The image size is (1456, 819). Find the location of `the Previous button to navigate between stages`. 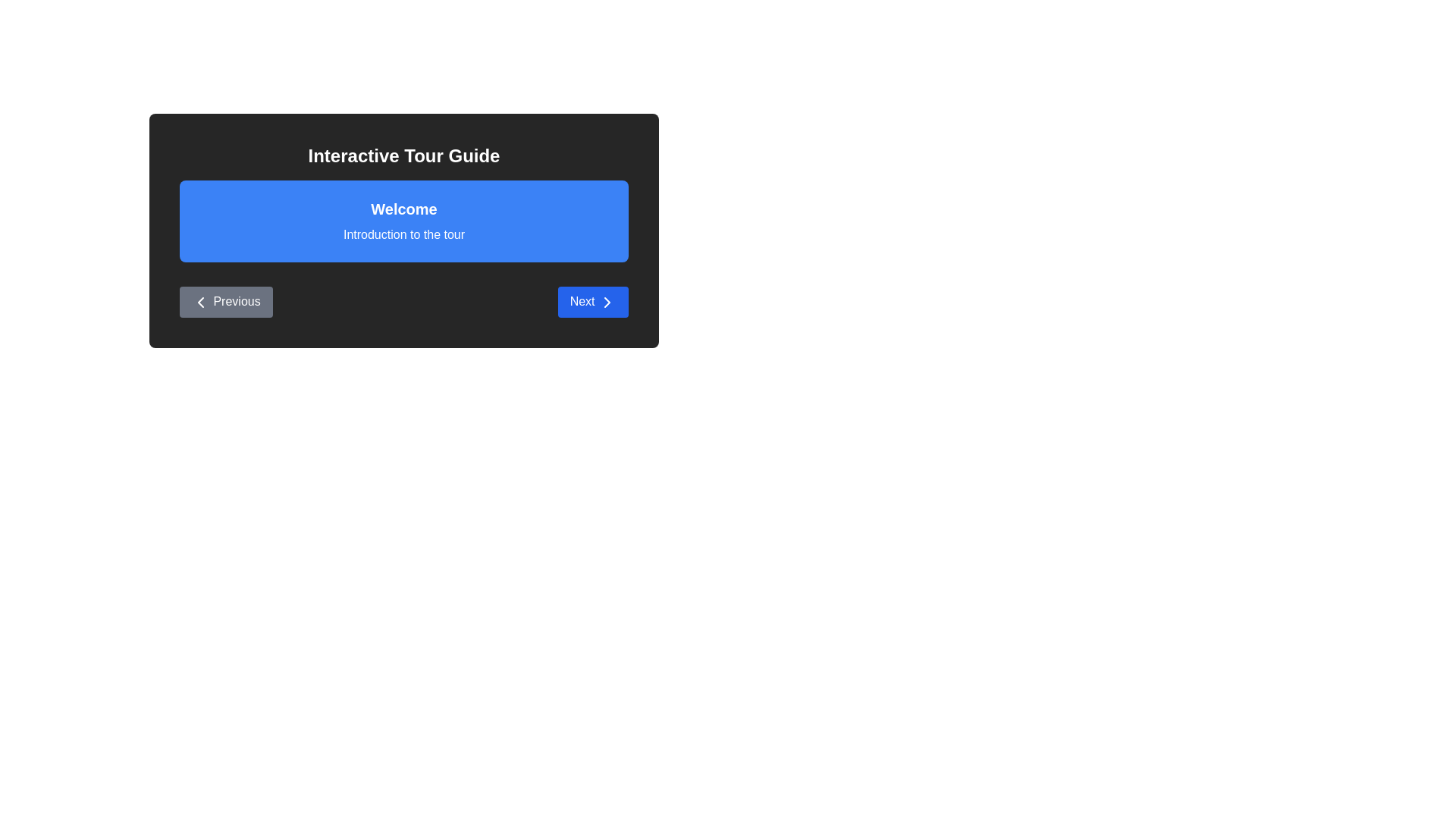

the Previous button to navigate between stages is located at coordinates (225, 302).